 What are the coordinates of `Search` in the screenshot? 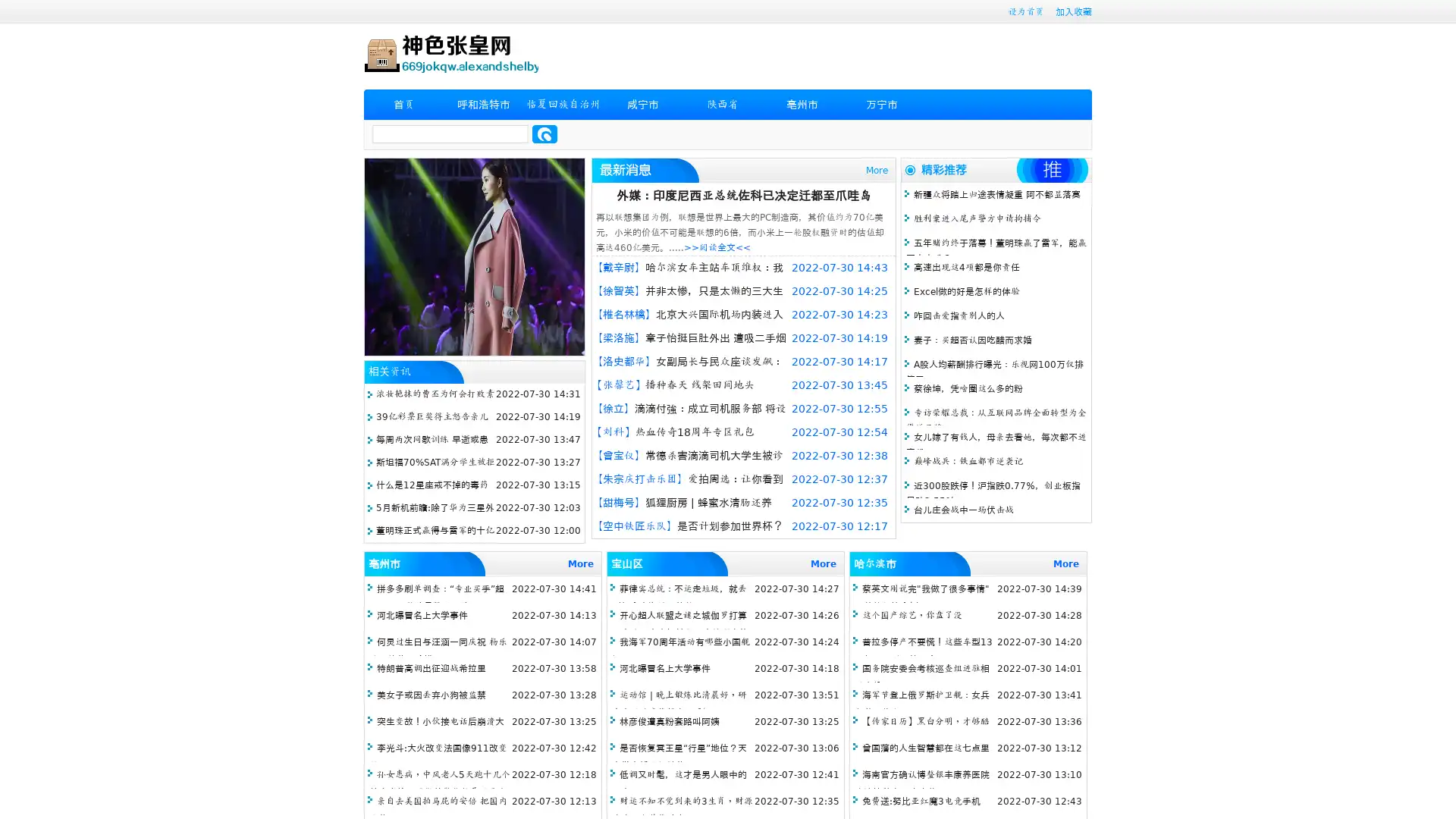 It's located at (544, 133).